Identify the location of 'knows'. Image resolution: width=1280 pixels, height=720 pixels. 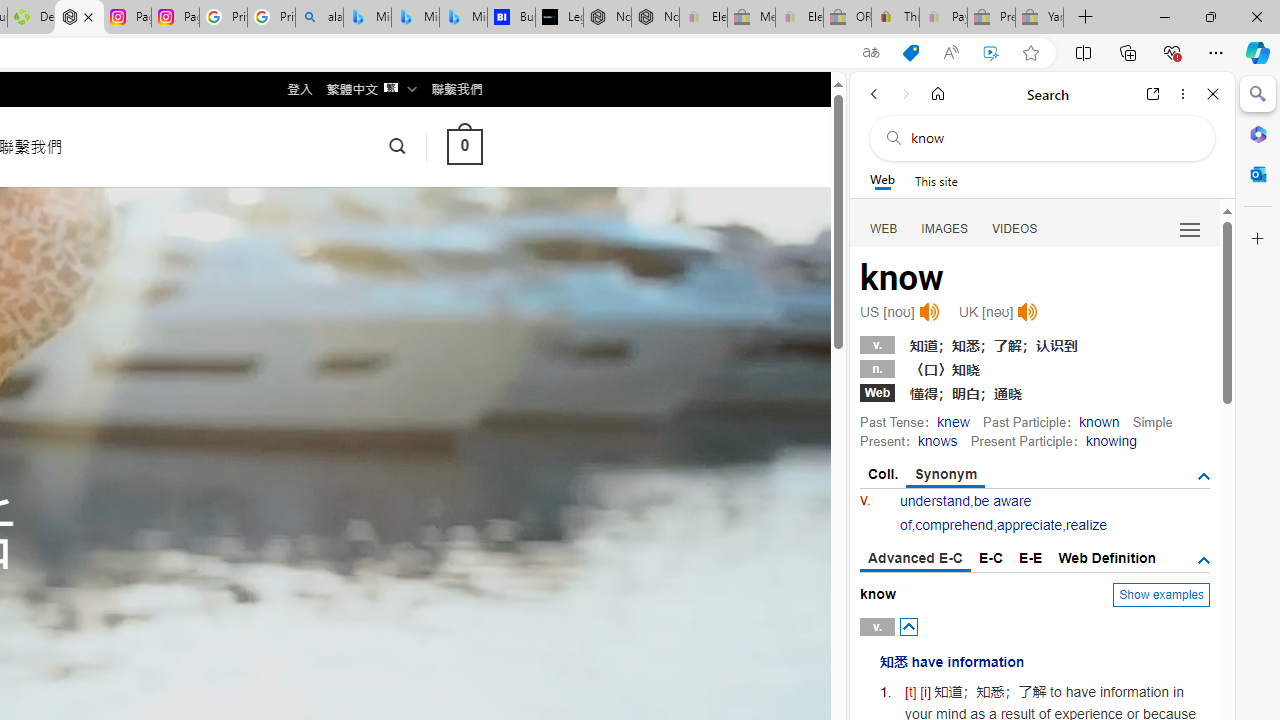
(935, 440).